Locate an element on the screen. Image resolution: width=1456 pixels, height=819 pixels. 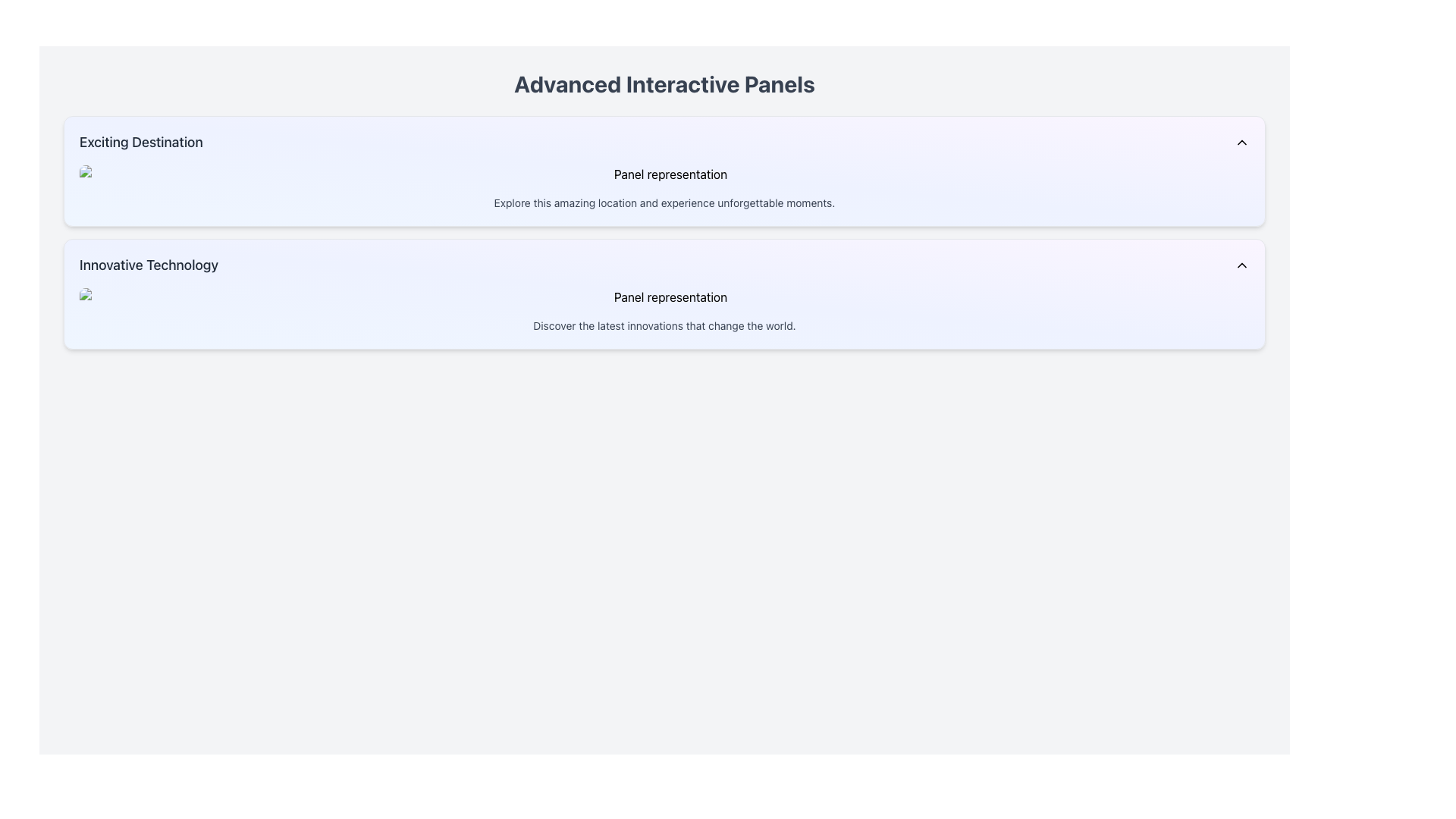
the primary heading text element that serves as the thematic introduction for the content below is located at coordinates (664, 84).